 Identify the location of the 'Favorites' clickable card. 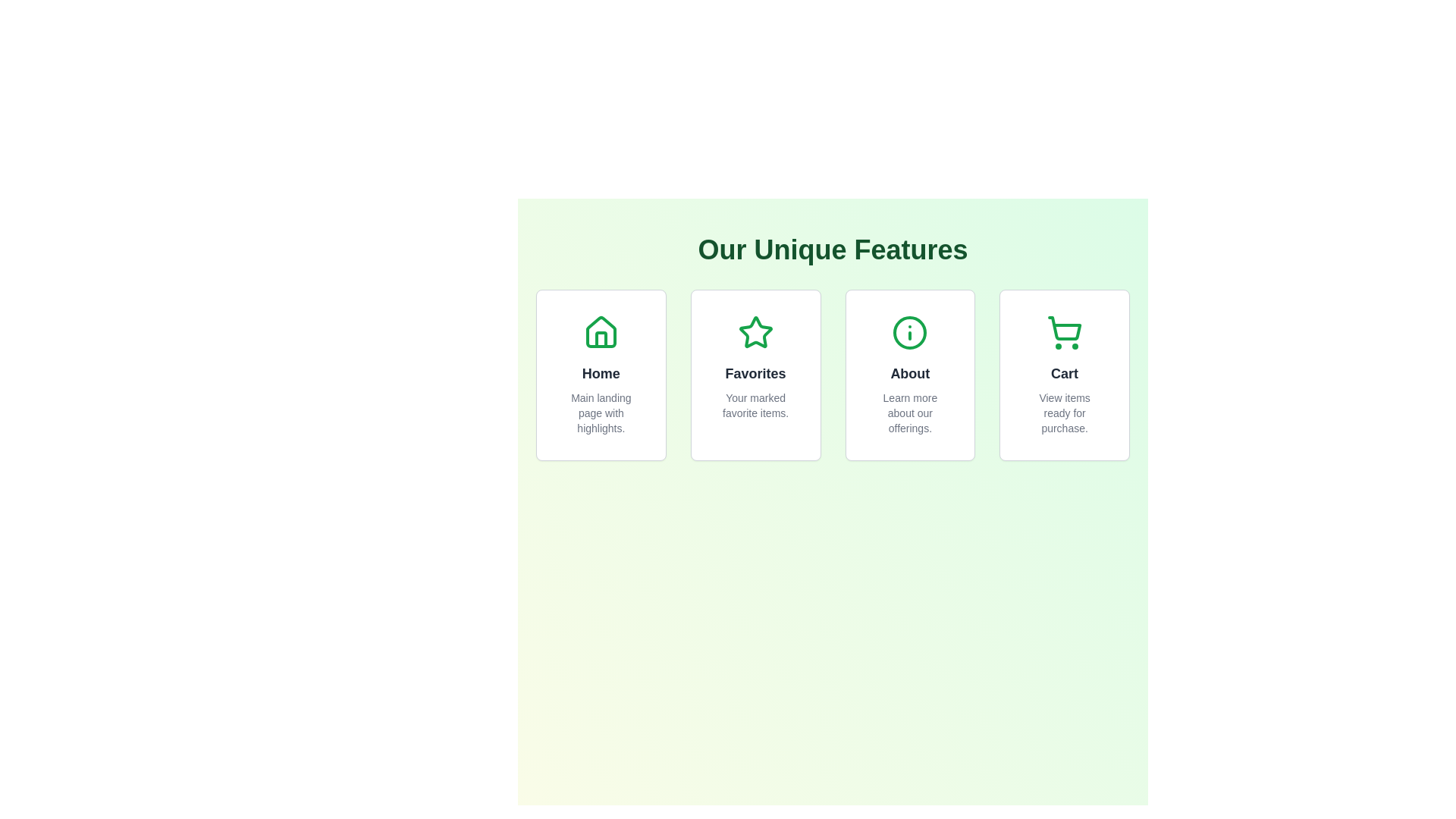
(755, 375).